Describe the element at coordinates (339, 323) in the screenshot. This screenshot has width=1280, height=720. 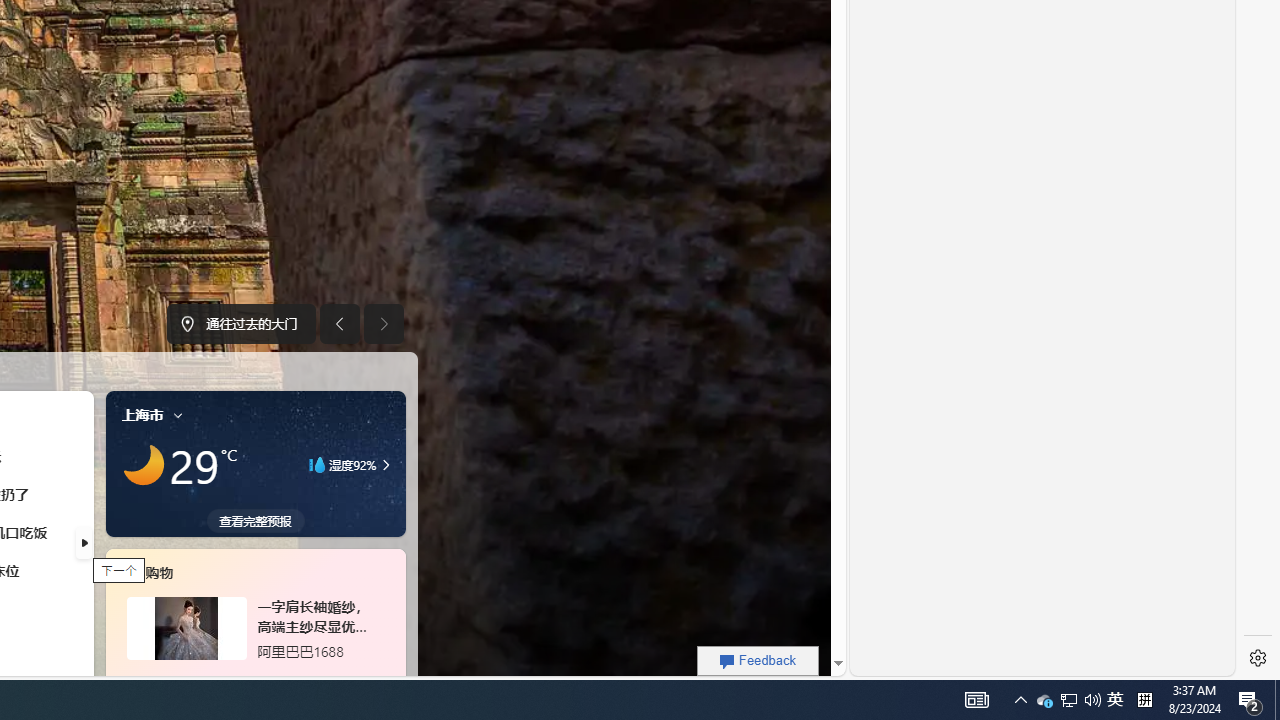
I see `'Previous image'` at that location.